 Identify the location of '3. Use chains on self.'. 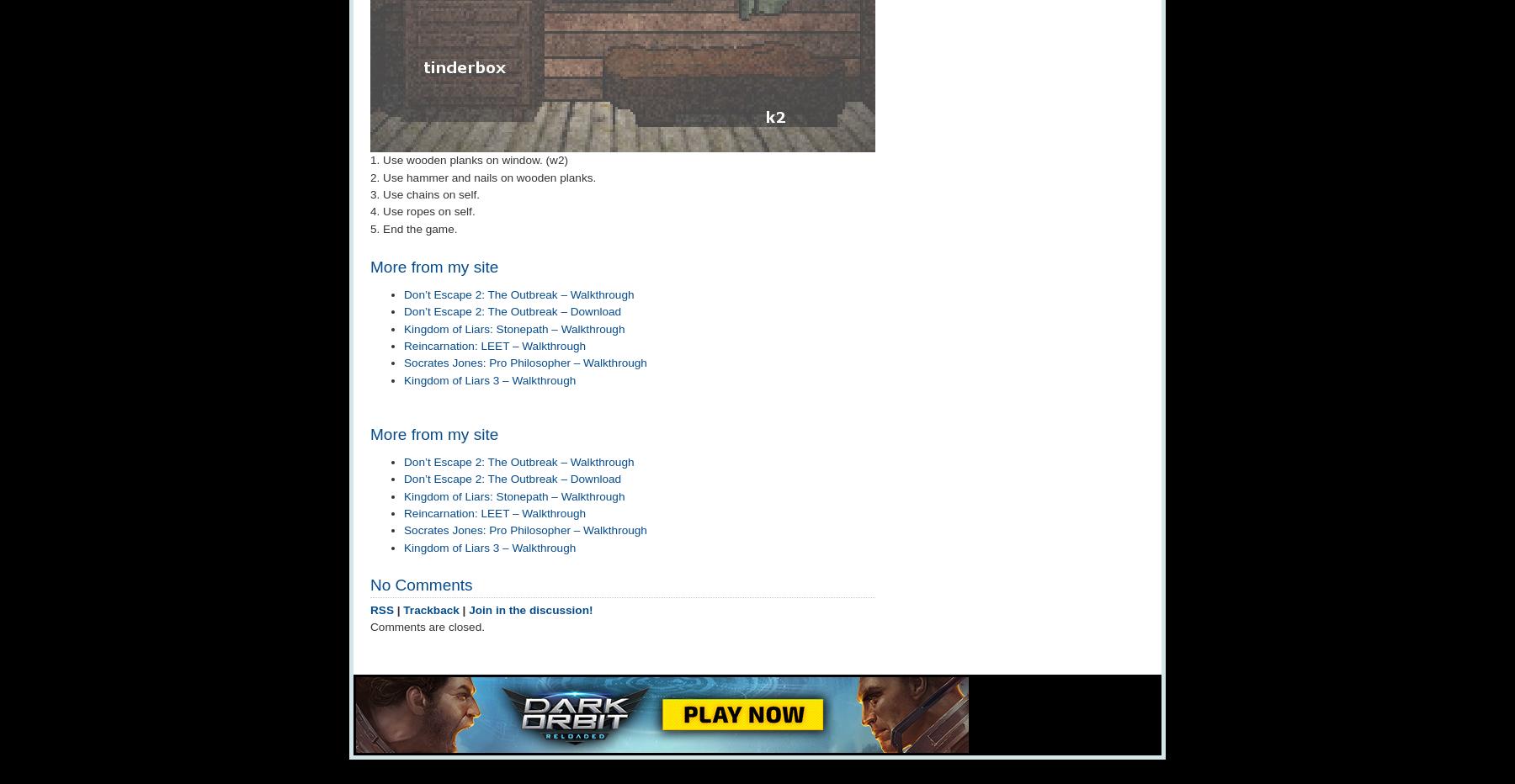
(423, 194).